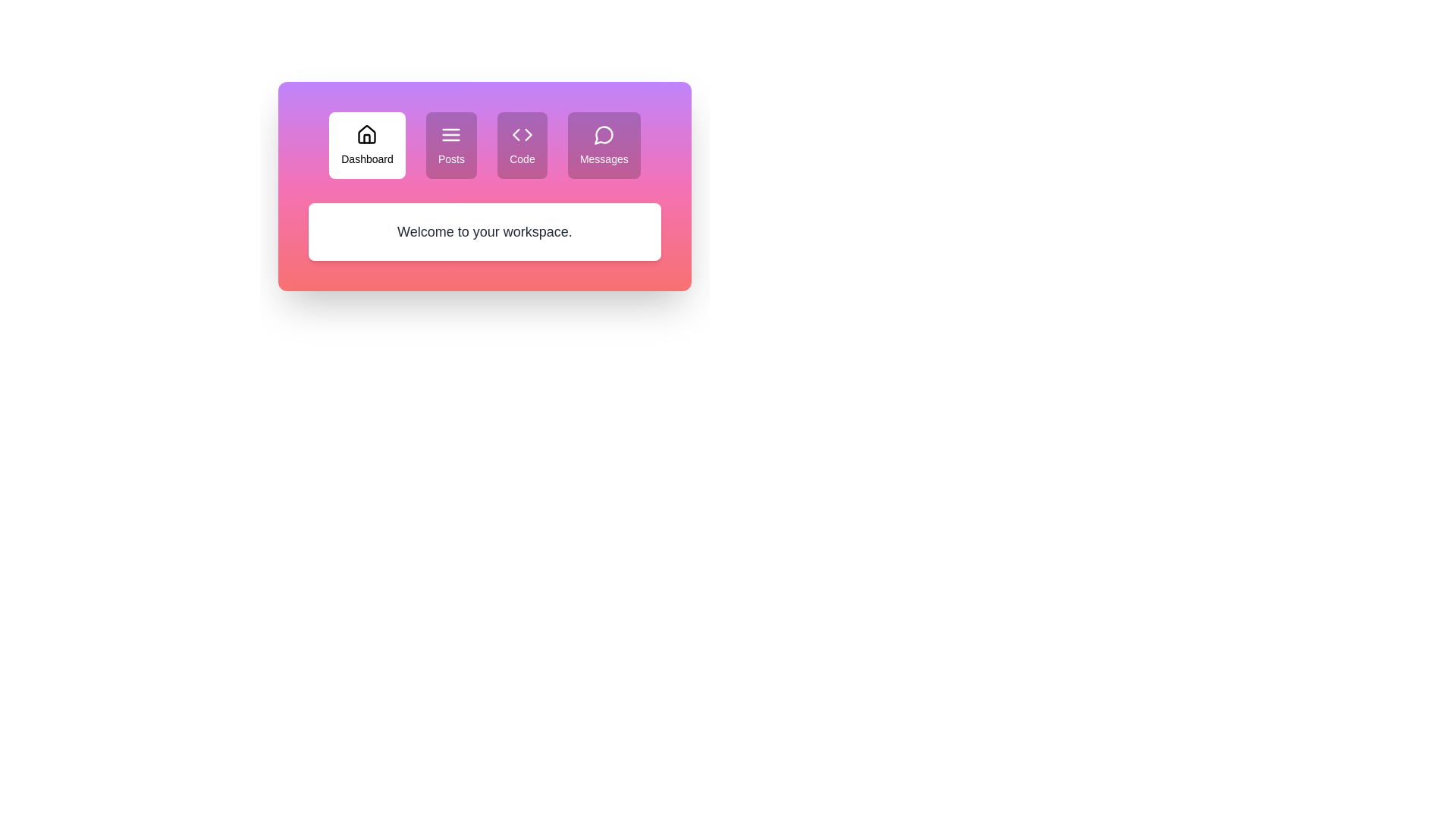  Describe the element at coordinates (367, 146) in the screenshot. I see `the tab labeled Dashboard to observe visual changes` at that location.